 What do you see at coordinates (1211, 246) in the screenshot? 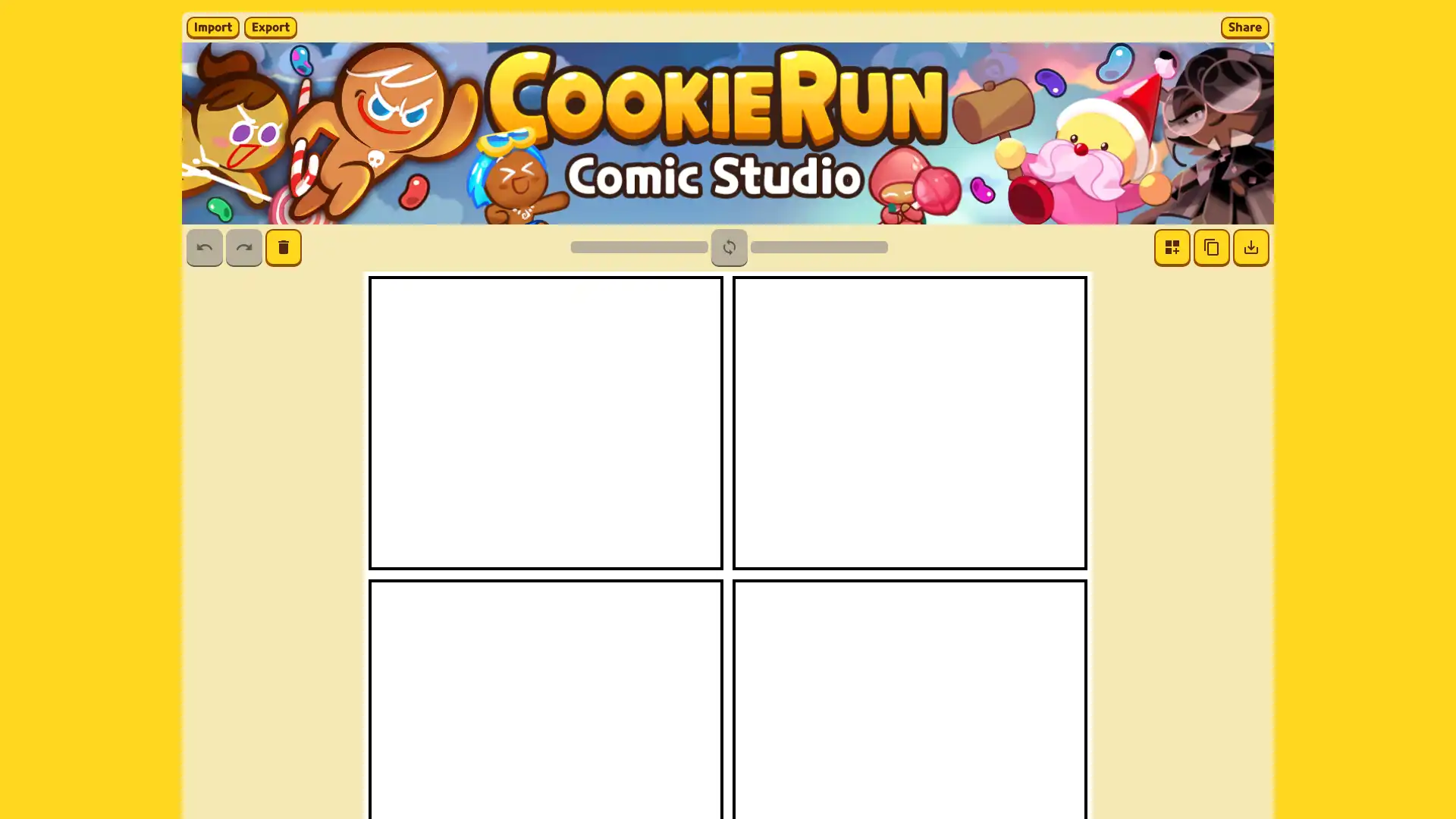
I see `content_copy` at bounding box center [1211, 246].